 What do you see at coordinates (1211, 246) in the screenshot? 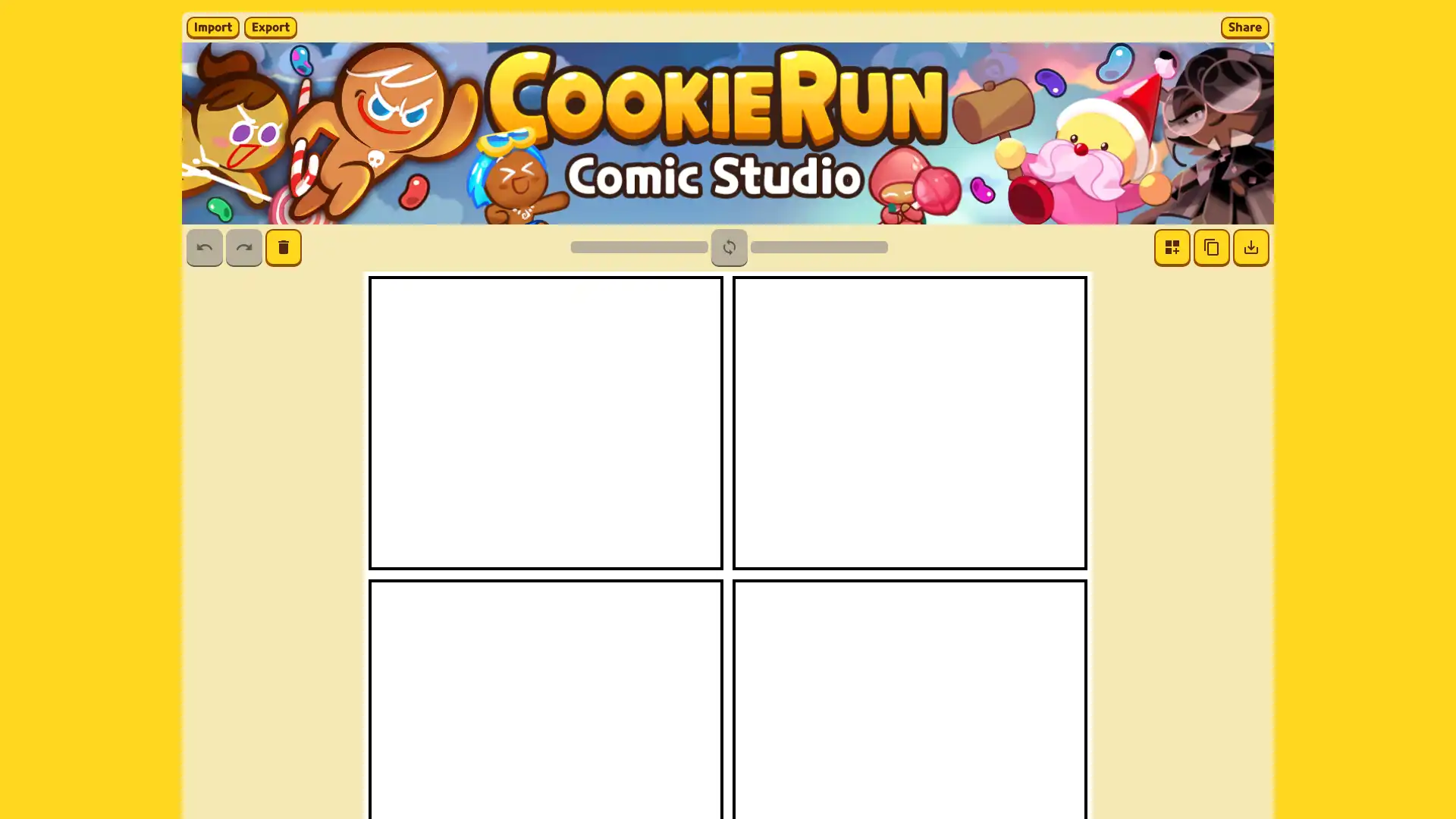
I see `content_copy` at bounding box center [1211, 246].